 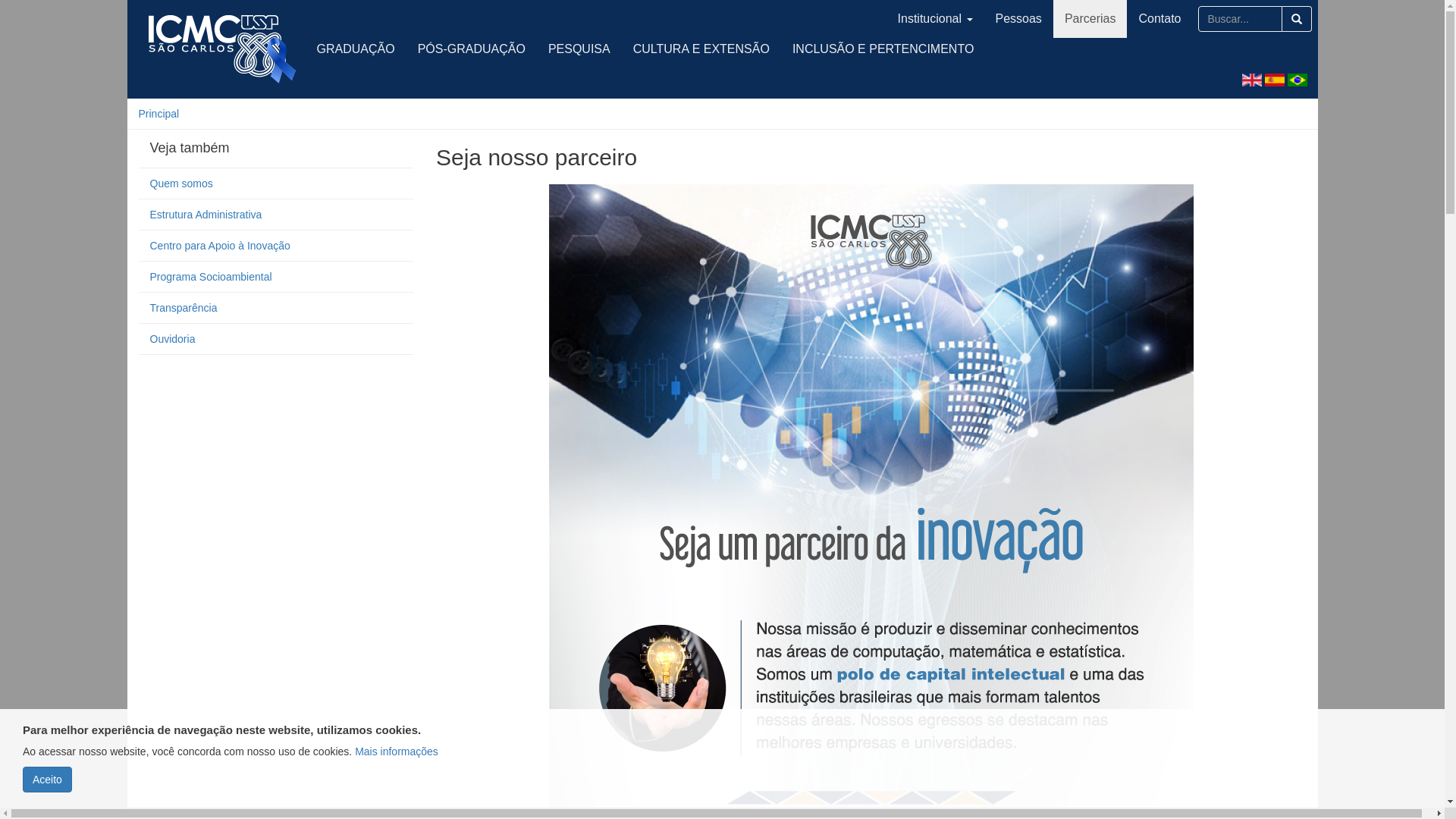 I want to click on 'Programa Socioambiental', so click(x=275, y=277).